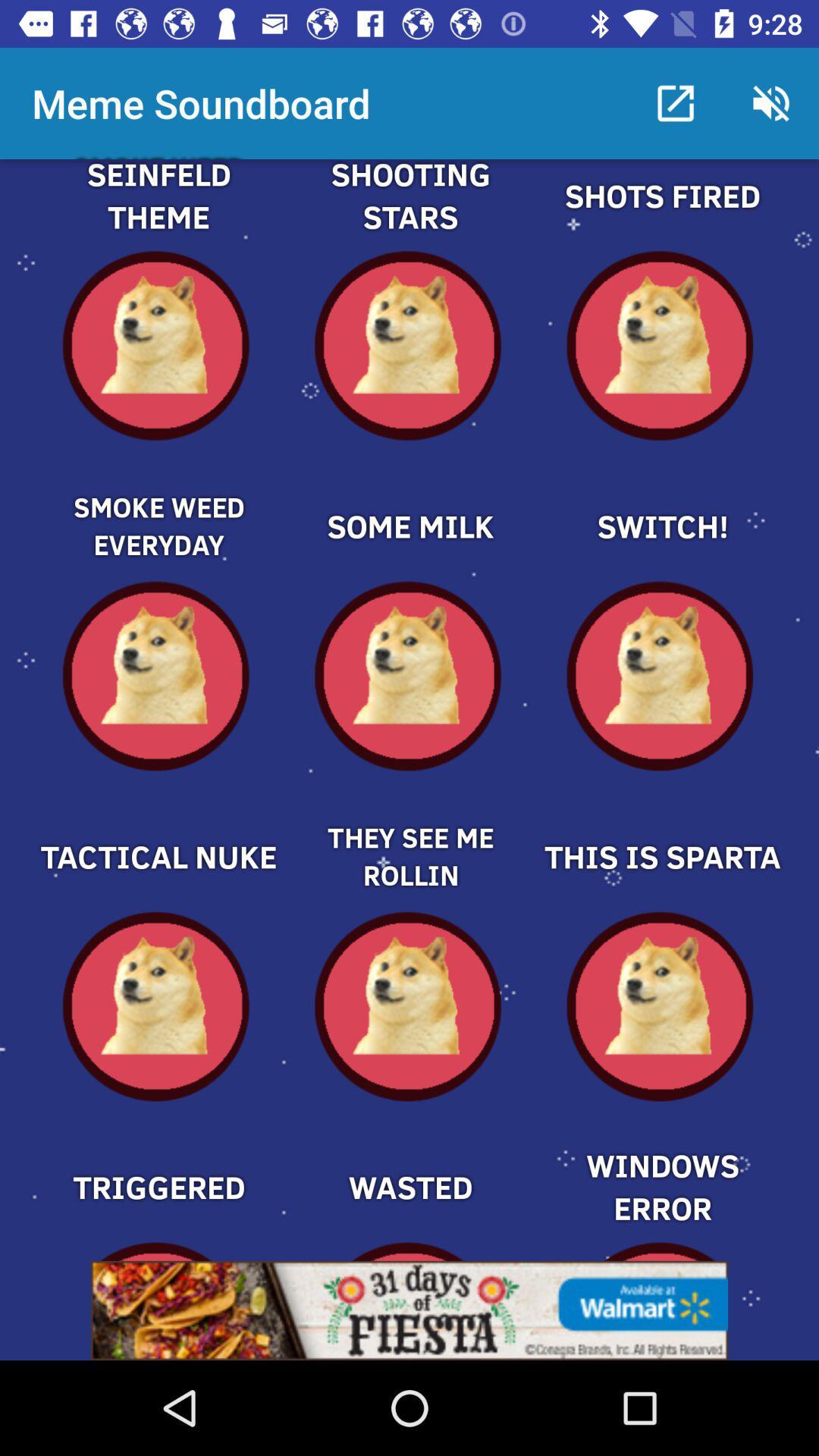 Image resolution: width=819 pixels, height=1456 pixels. I want to click on some milk meme, so click(409, 500).